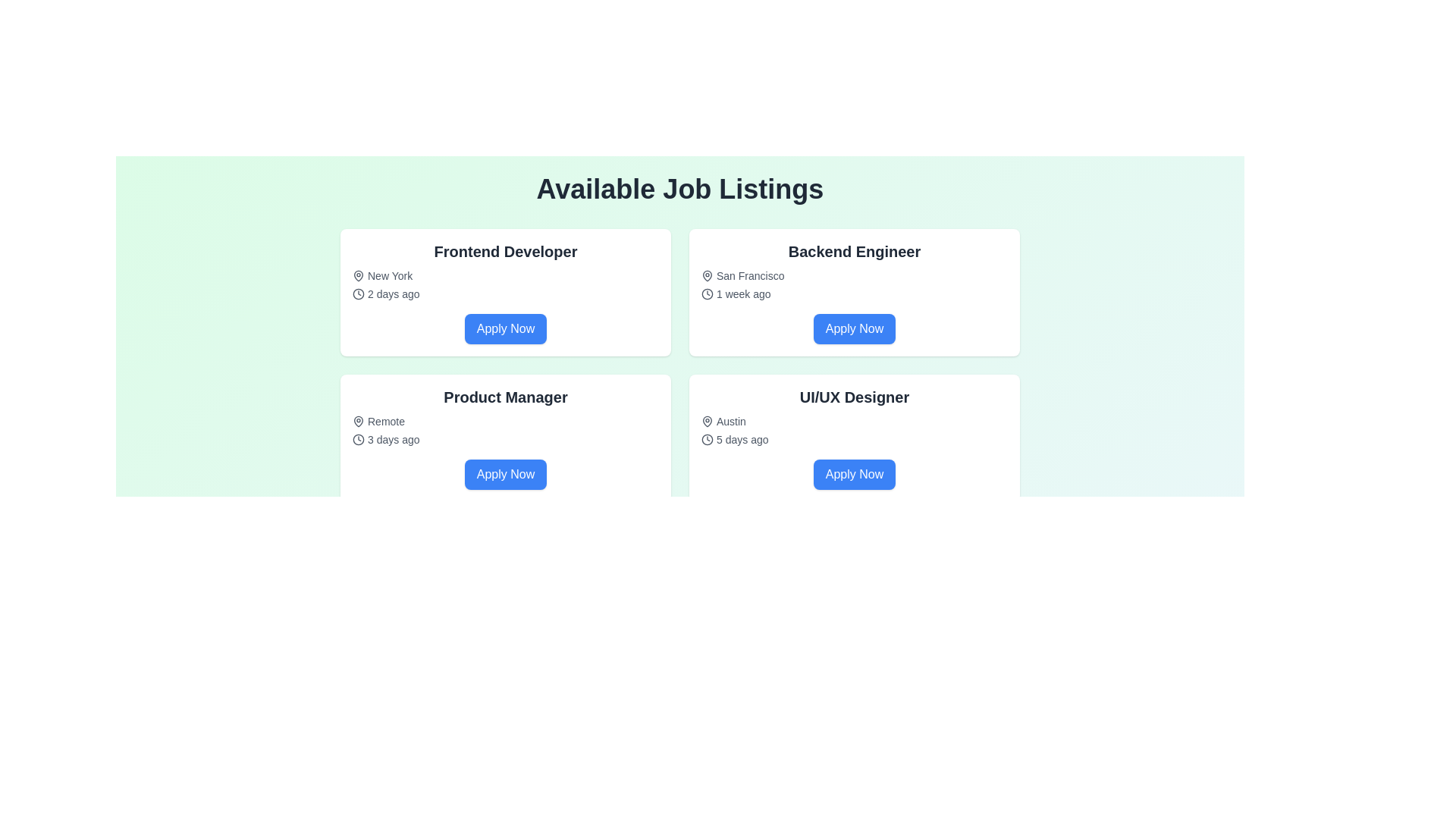 The height and width of the screenshot is (819, 1456). Describe the element at coordinates (506, 250) in the screenshot. I see `the static text displaying the job title 'Frontend Developer', which is located at the top center of the job posting card` at that location.